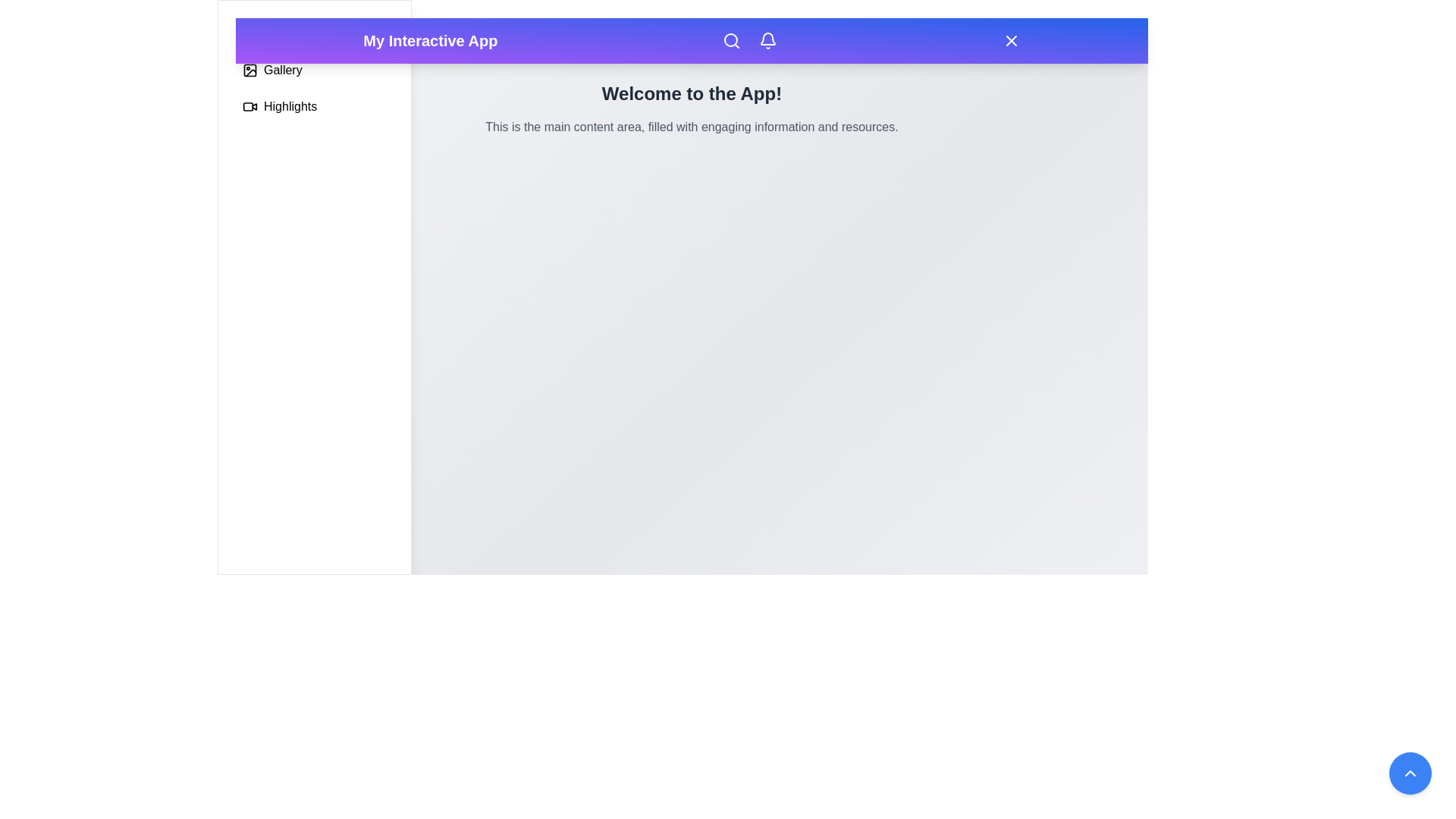  What do you see at coordinates (313, 70) in the screenshot?
I see `the 'Gallery' button located in the middle section of the left sidebar, which is the second item in a vertical list between 'Profile' and 'Highlights'` at bounding box center [313, 70].